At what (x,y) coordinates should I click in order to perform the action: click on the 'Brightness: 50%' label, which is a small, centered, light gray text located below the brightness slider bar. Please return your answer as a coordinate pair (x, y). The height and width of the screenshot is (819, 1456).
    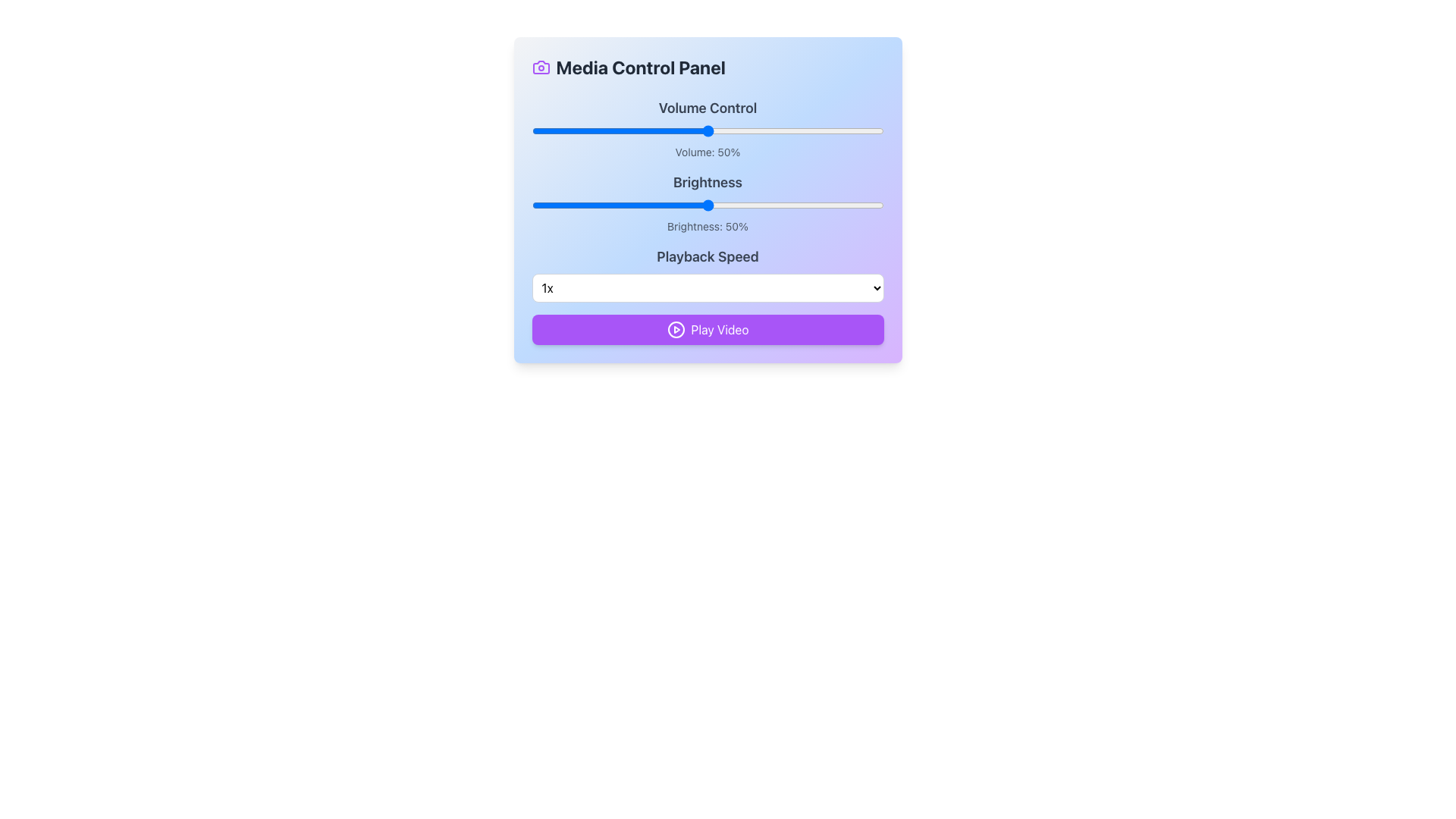
    Looking at the image, I should click on (707, 227).